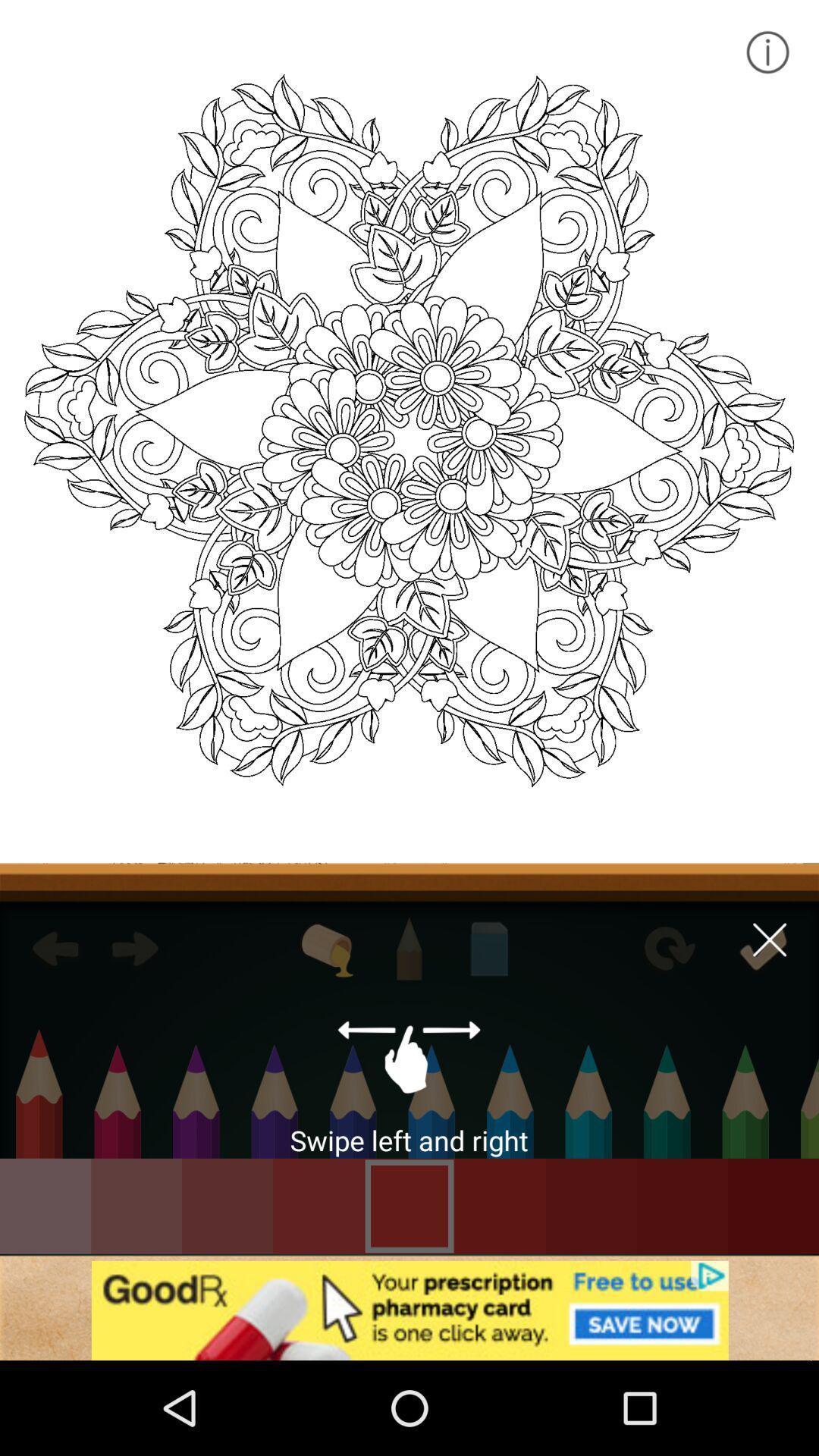 Image resolution: width=819 pixels, height=1456 pixels. Describe the element at coordinates (55, 948) in the screenshot. I see `the arrow_backward icon` at that location.